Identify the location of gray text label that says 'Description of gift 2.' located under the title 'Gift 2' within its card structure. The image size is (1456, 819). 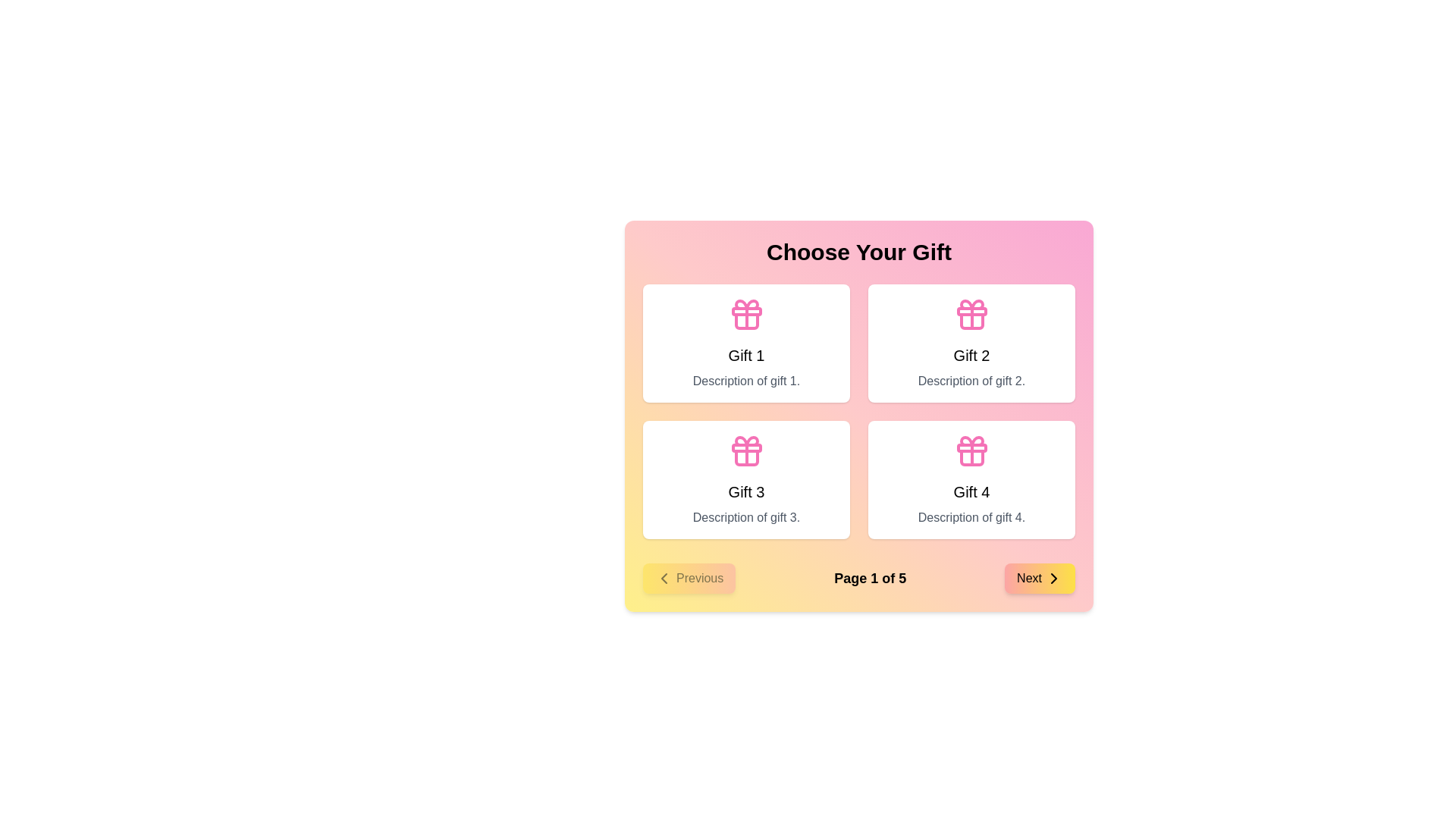
(971, 380).